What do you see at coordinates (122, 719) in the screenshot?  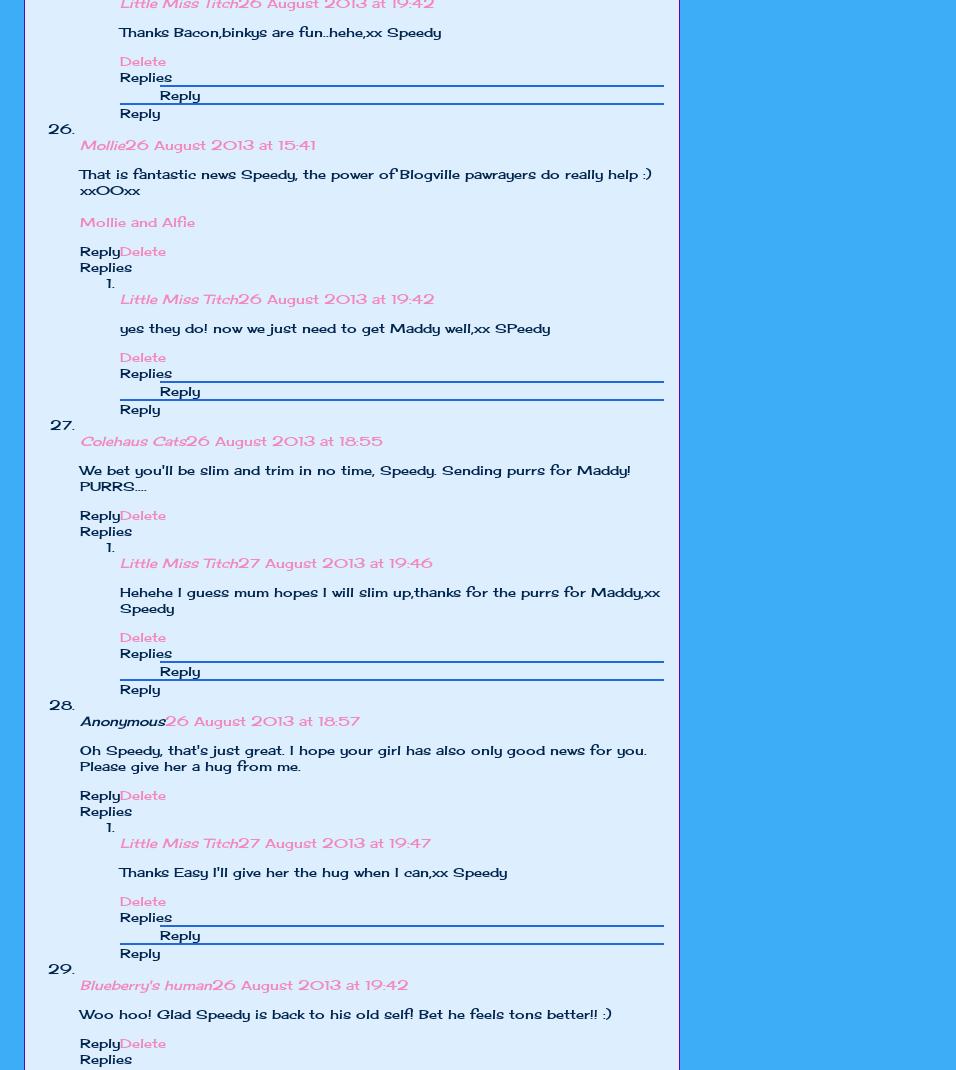 I see `'Anonymous'` at bounding box center [122, 719].